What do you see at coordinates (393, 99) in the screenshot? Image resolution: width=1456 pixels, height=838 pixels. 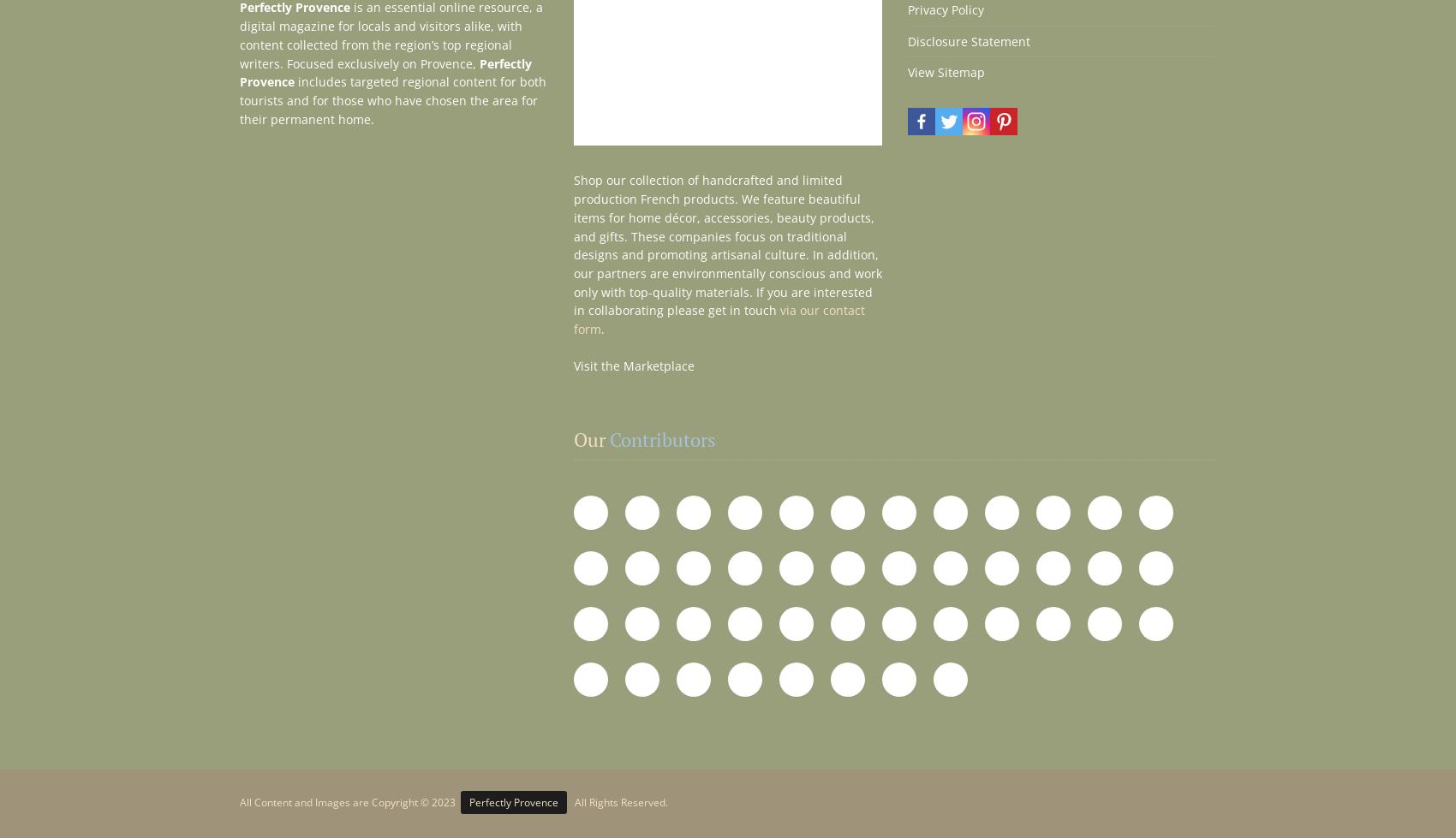 I see `'includes targeted regional content for both tourists and for those who have chosen the area for their permanent home.'` at bounding box center [393, 99].